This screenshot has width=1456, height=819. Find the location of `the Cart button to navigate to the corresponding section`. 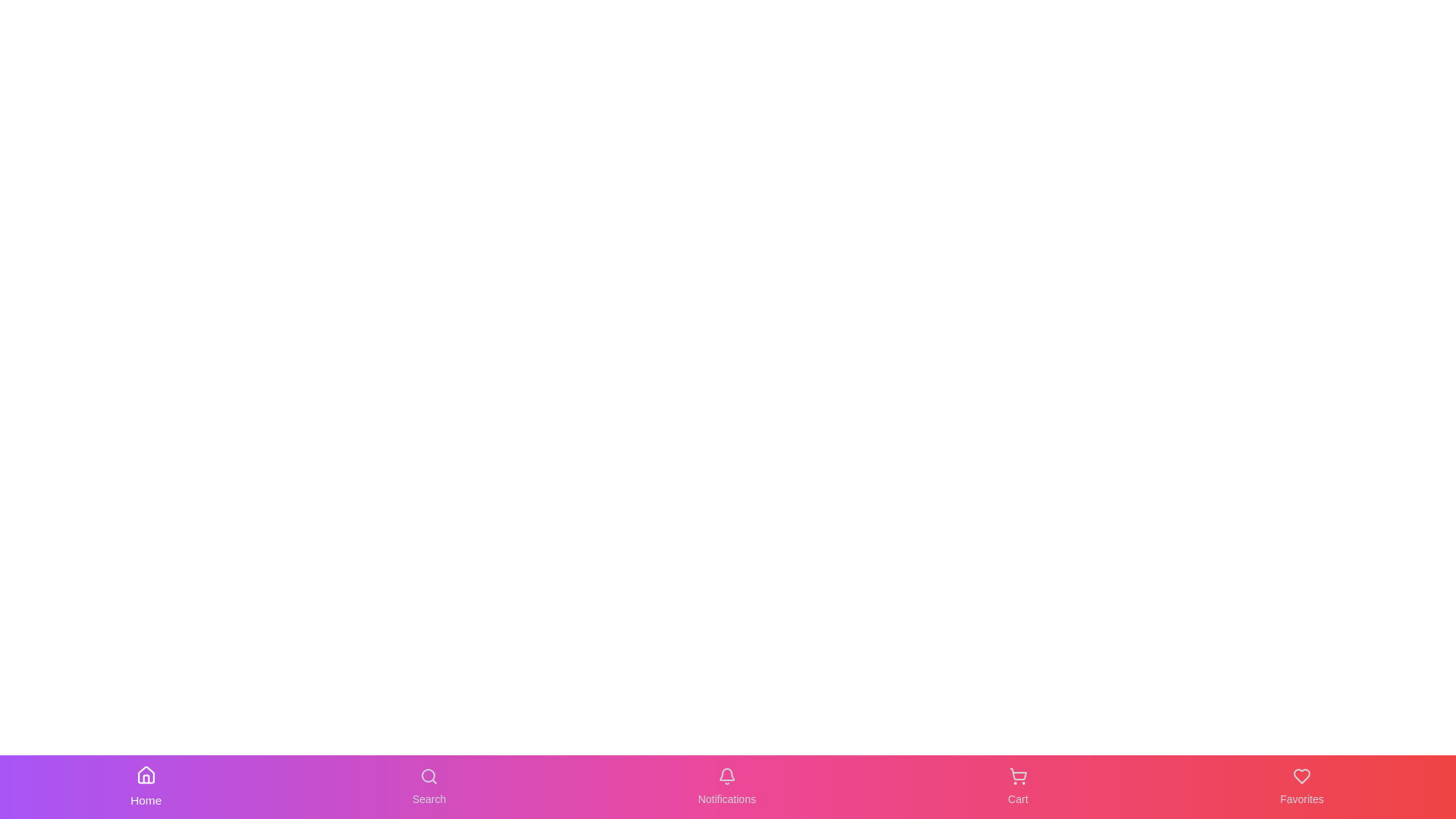

the Cart button to navigate to the corresponding section is located at coordinates (1018, 786).